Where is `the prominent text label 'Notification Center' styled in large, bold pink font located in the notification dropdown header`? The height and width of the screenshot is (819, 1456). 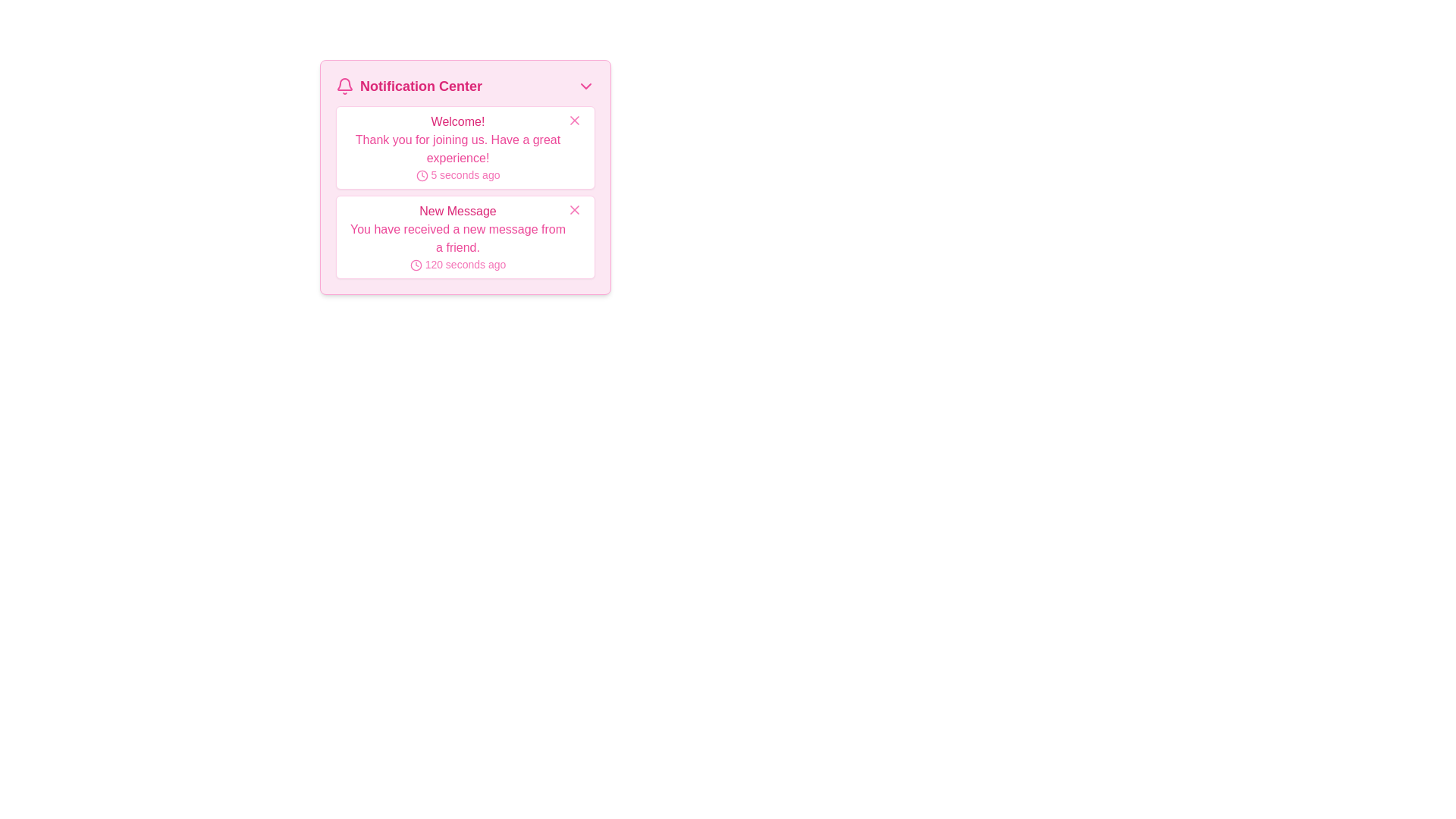 the prominent text label 'Notification Center' styled in large, bold pink font located in the notification dropdown header is located at coordinates (421, 86).